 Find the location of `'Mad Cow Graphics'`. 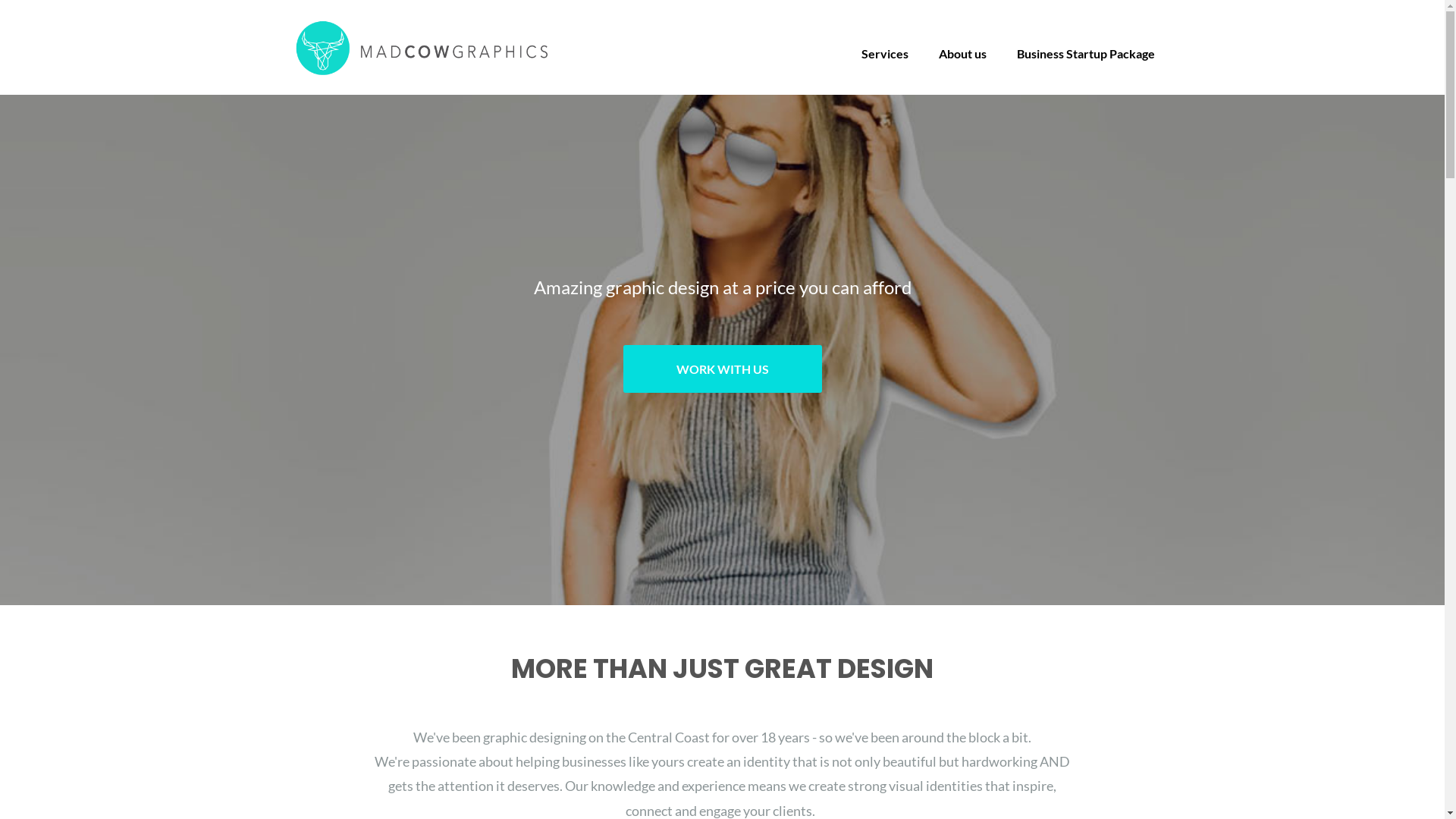

'Mad Cow Graphics' is located at coordinates (422, 44).